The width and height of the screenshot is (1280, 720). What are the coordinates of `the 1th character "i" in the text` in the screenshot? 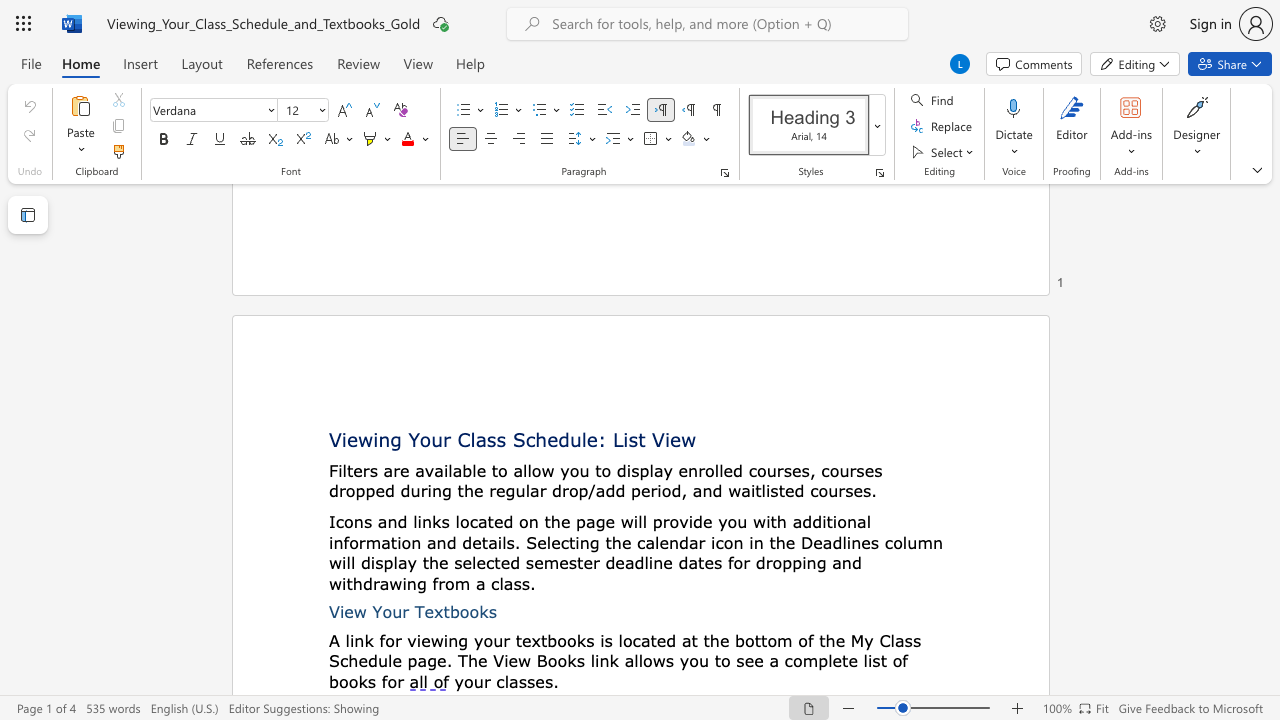 It's located at (342, 611).